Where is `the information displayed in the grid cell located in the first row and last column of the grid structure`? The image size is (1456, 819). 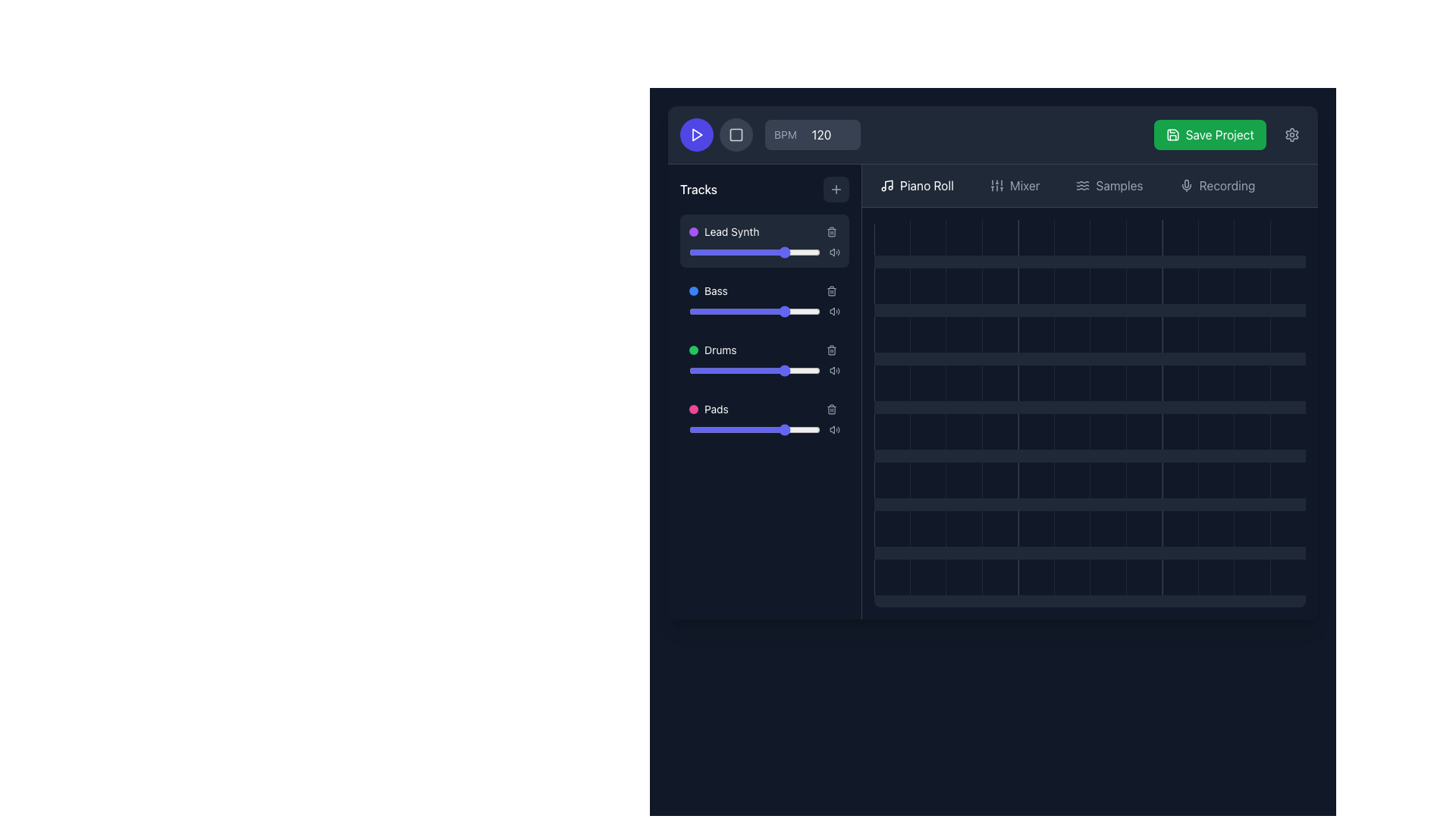 the information displayed in the grid cell located in the first row and last column of the grid structure is located at coordinates (1179, 237).